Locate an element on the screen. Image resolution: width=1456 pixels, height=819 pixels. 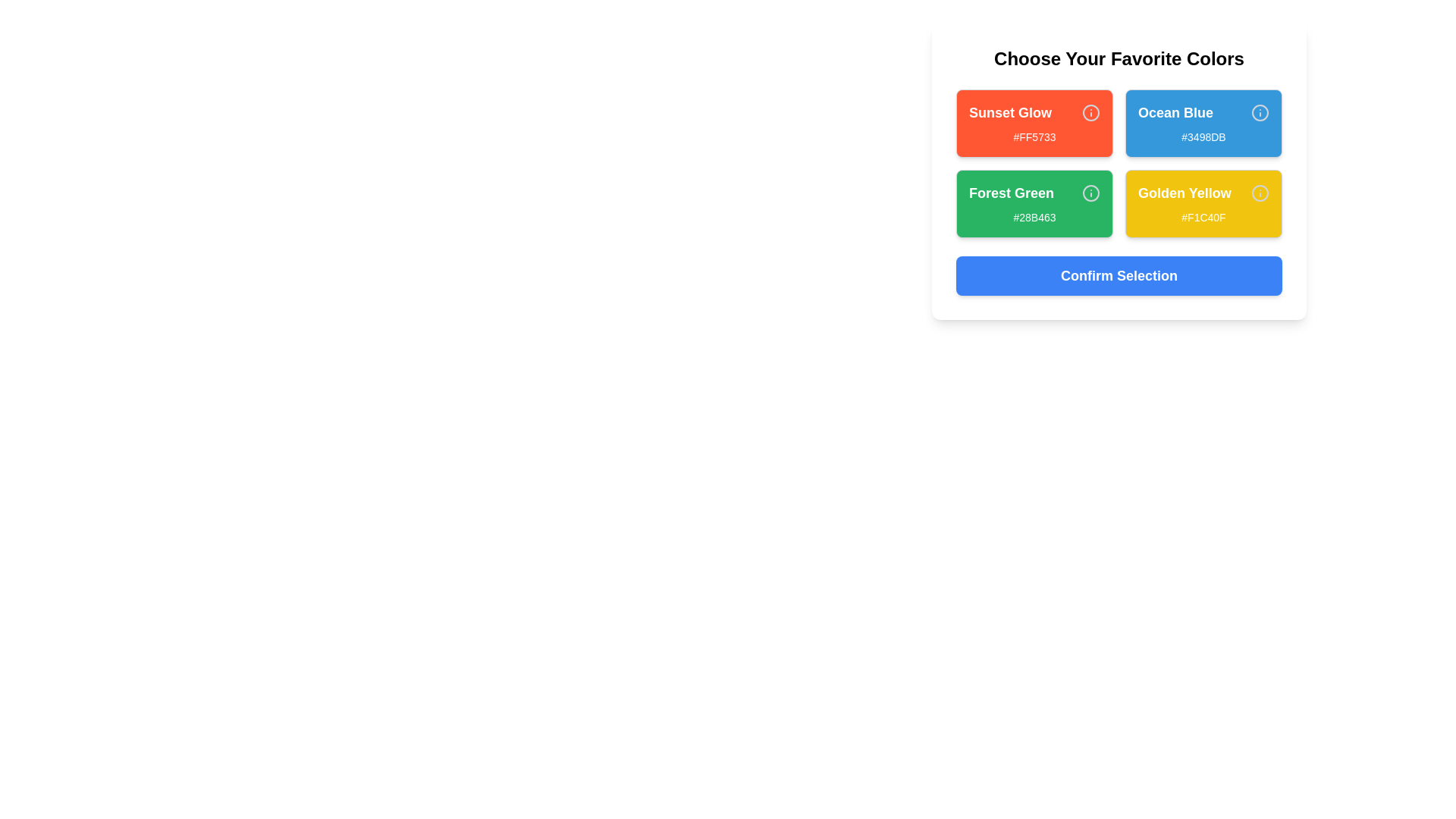
the 'Info' icon for the color Forest Green is located at coordinates (1090, 192).